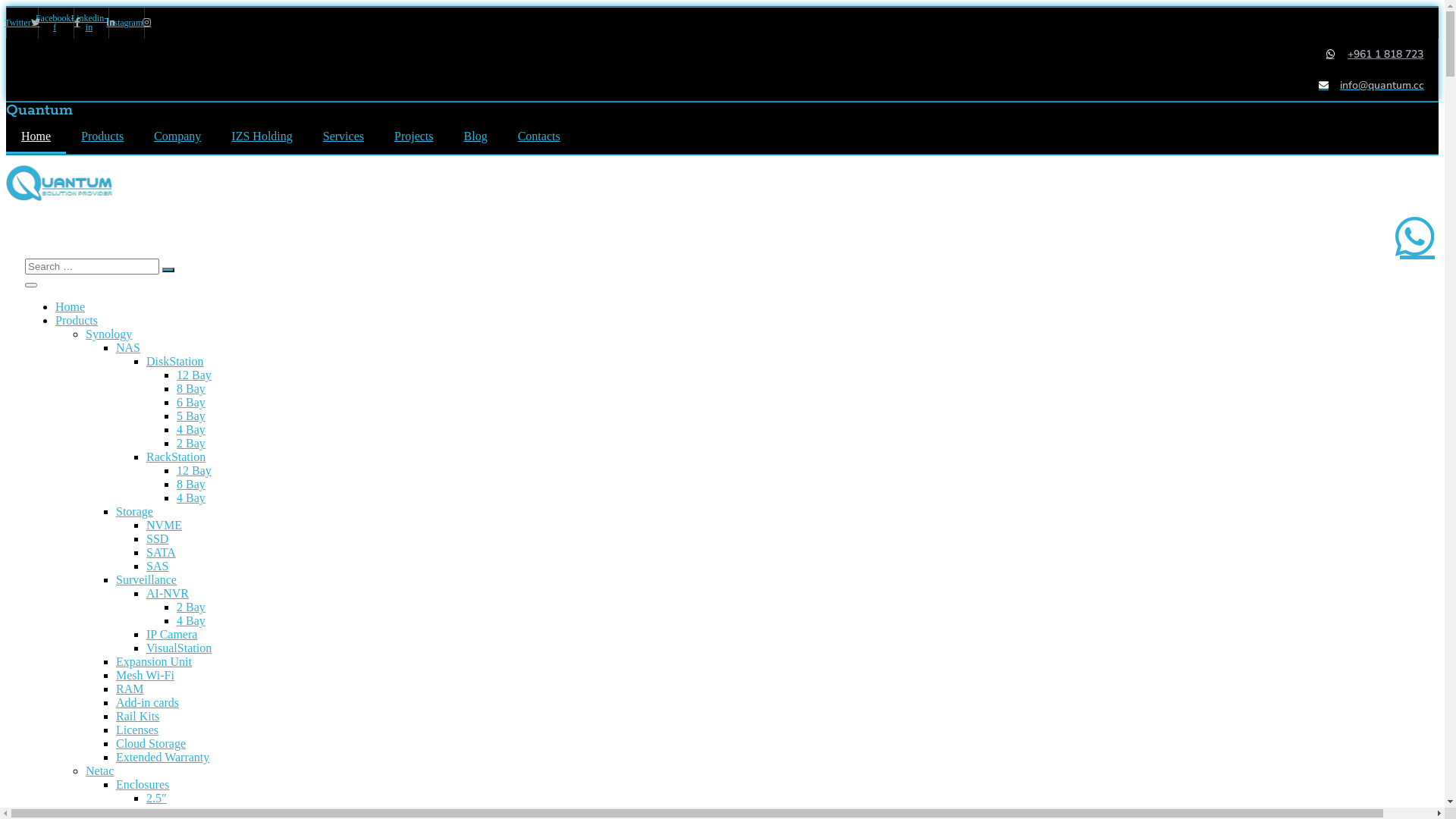  Describe the element at coordinates (99, 770) in the screenshot. I see `'Netac'` at that location.